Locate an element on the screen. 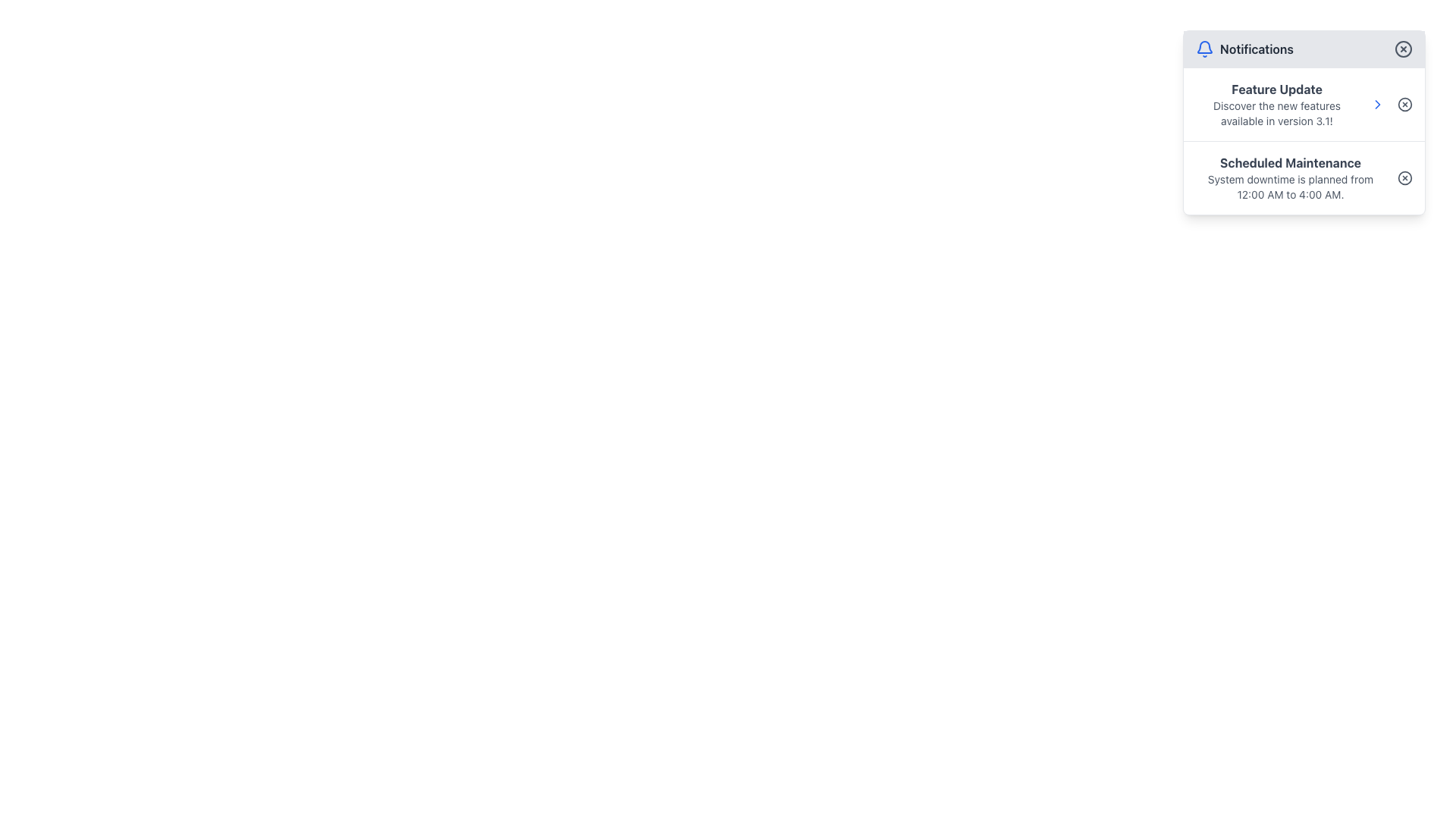 Image resolution: width=1456 pixels, height=819 pixels. the circular decorative element that serves as a close or deletion icon located at the bottom right corner of a notification card is located at coordinates (1404, 177).